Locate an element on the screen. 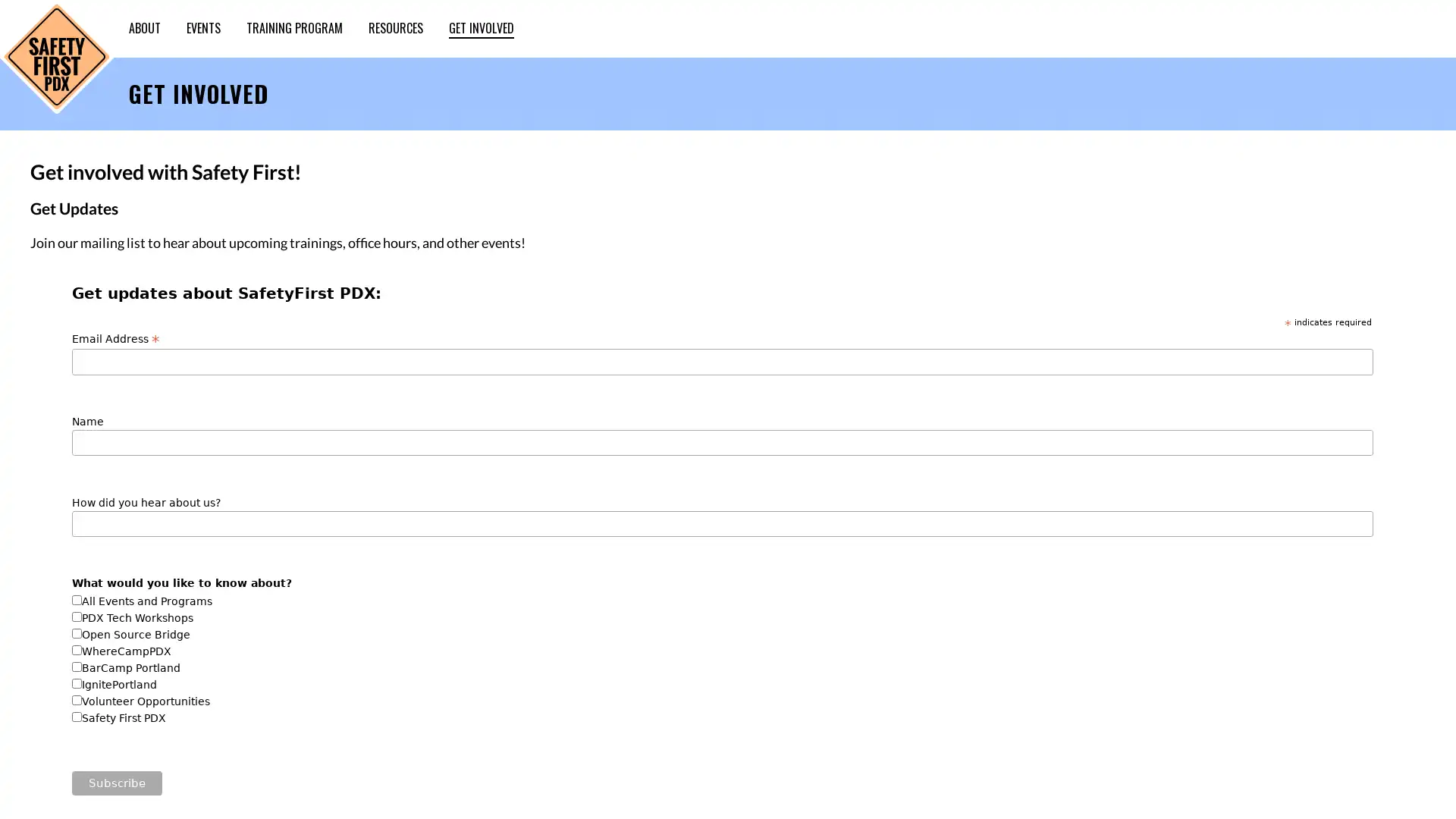 Image resolution: width=1456 pixels, height=819 pixels. Subscribe is located at coordinates (116, 783).